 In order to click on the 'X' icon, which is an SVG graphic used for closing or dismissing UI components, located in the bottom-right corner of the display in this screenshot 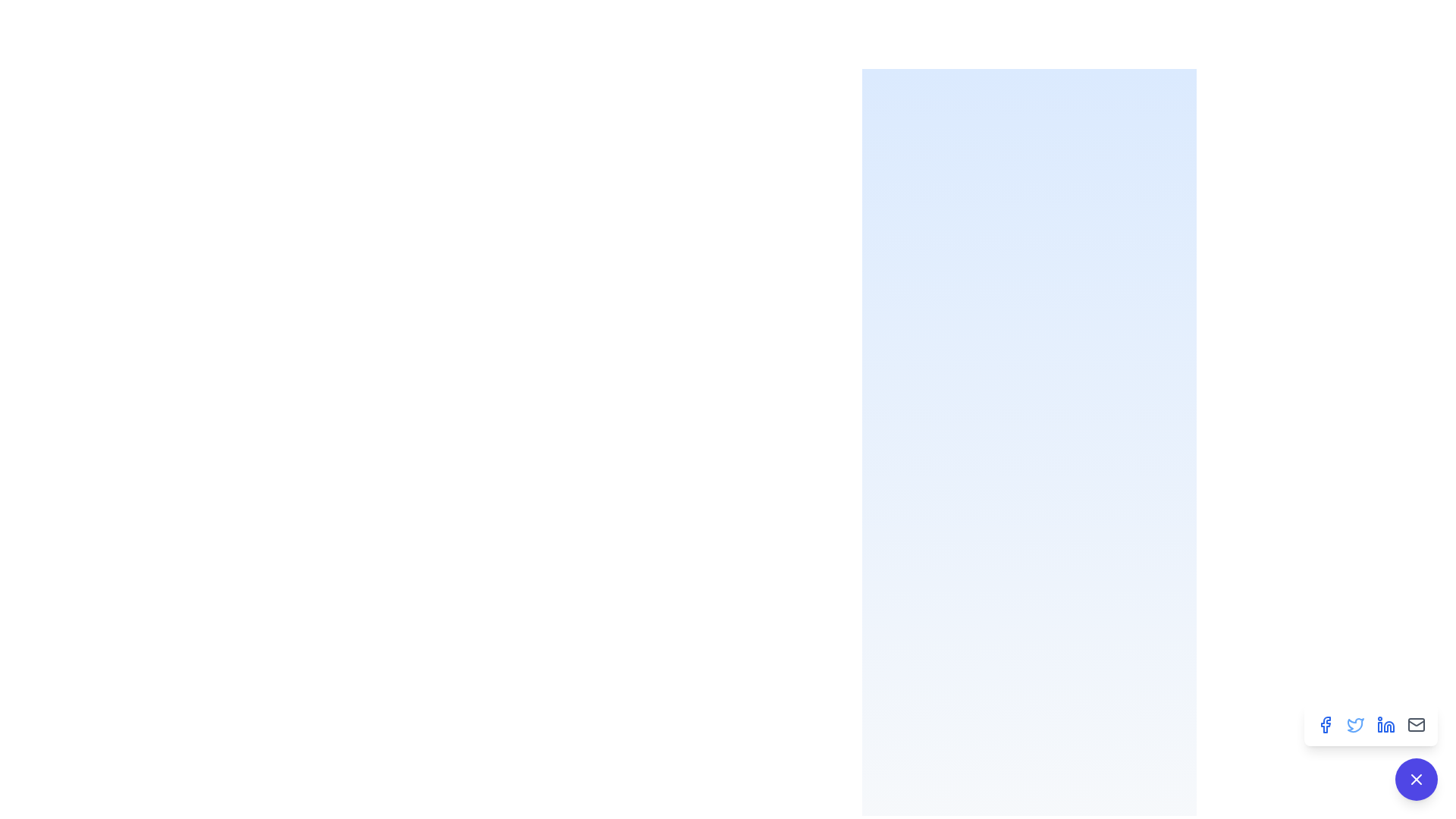, I will do `click(1415, 780)`.